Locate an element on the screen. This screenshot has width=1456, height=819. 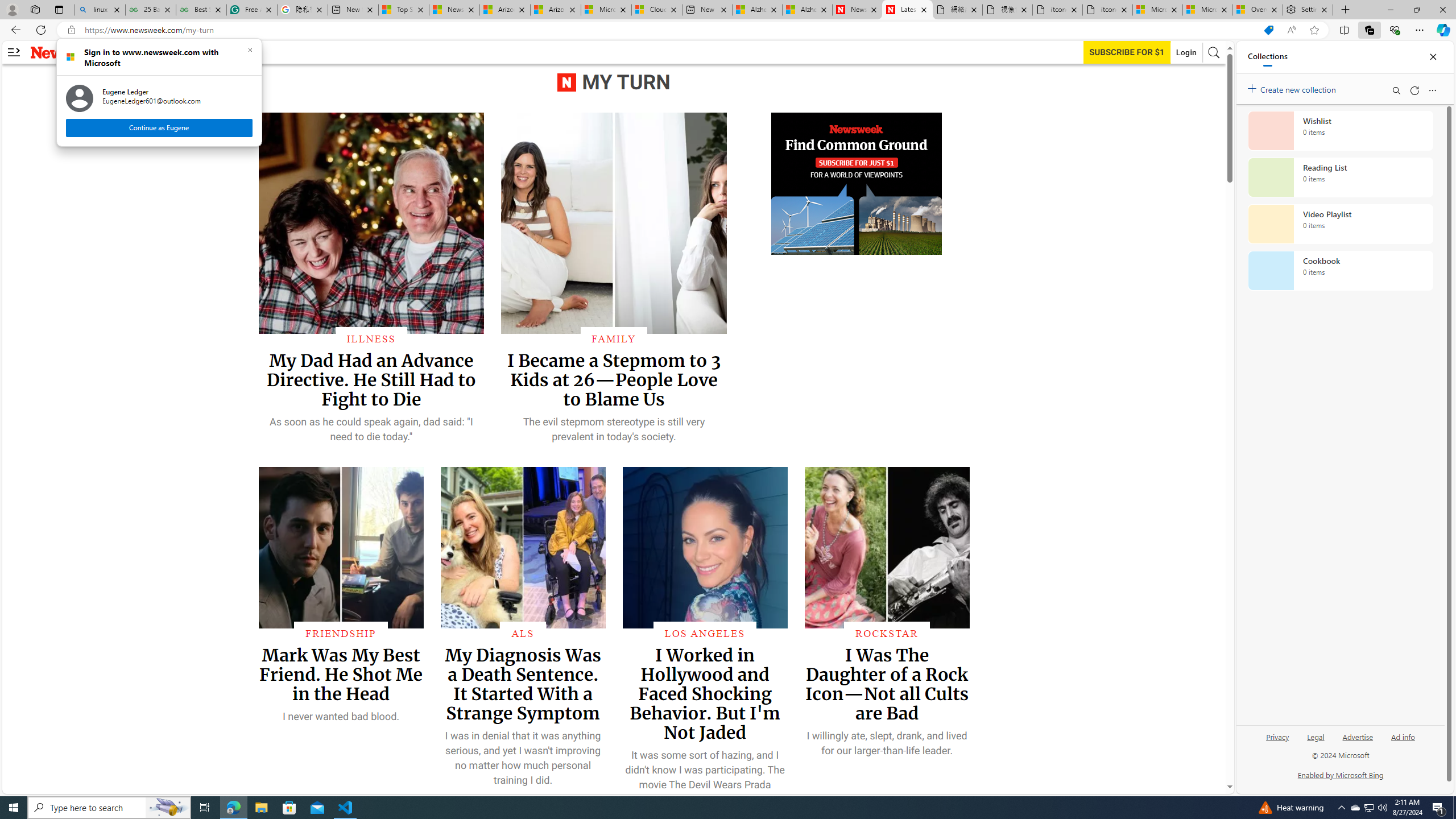
'Advertise' is located at coordinates (1358, 741).